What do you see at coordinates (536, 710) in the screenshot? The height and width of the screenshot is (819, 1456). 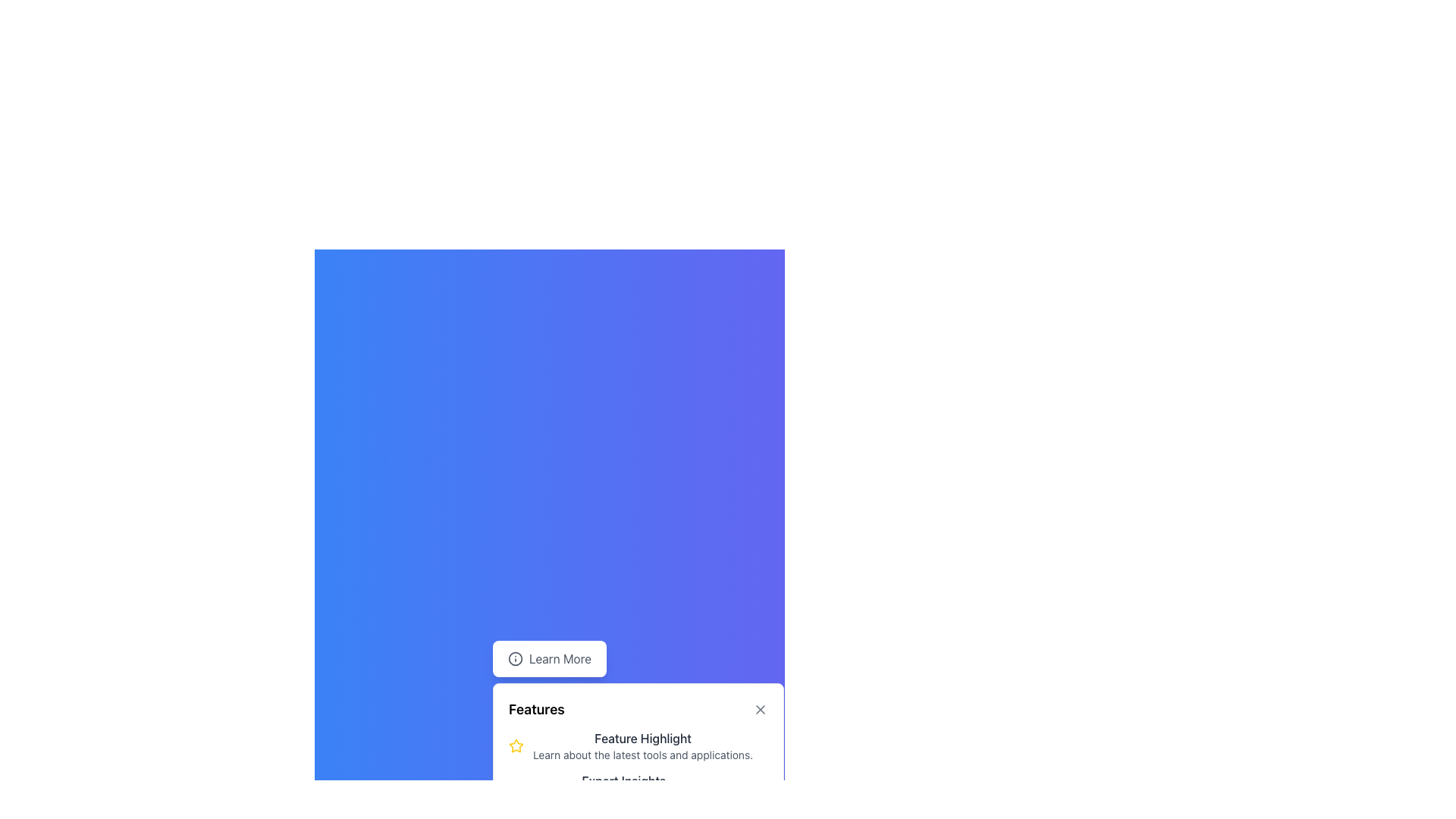 I see `the title label located in the top-left section of the popup, which identifies the content or options presented below it` at bounding box center [536, 710].